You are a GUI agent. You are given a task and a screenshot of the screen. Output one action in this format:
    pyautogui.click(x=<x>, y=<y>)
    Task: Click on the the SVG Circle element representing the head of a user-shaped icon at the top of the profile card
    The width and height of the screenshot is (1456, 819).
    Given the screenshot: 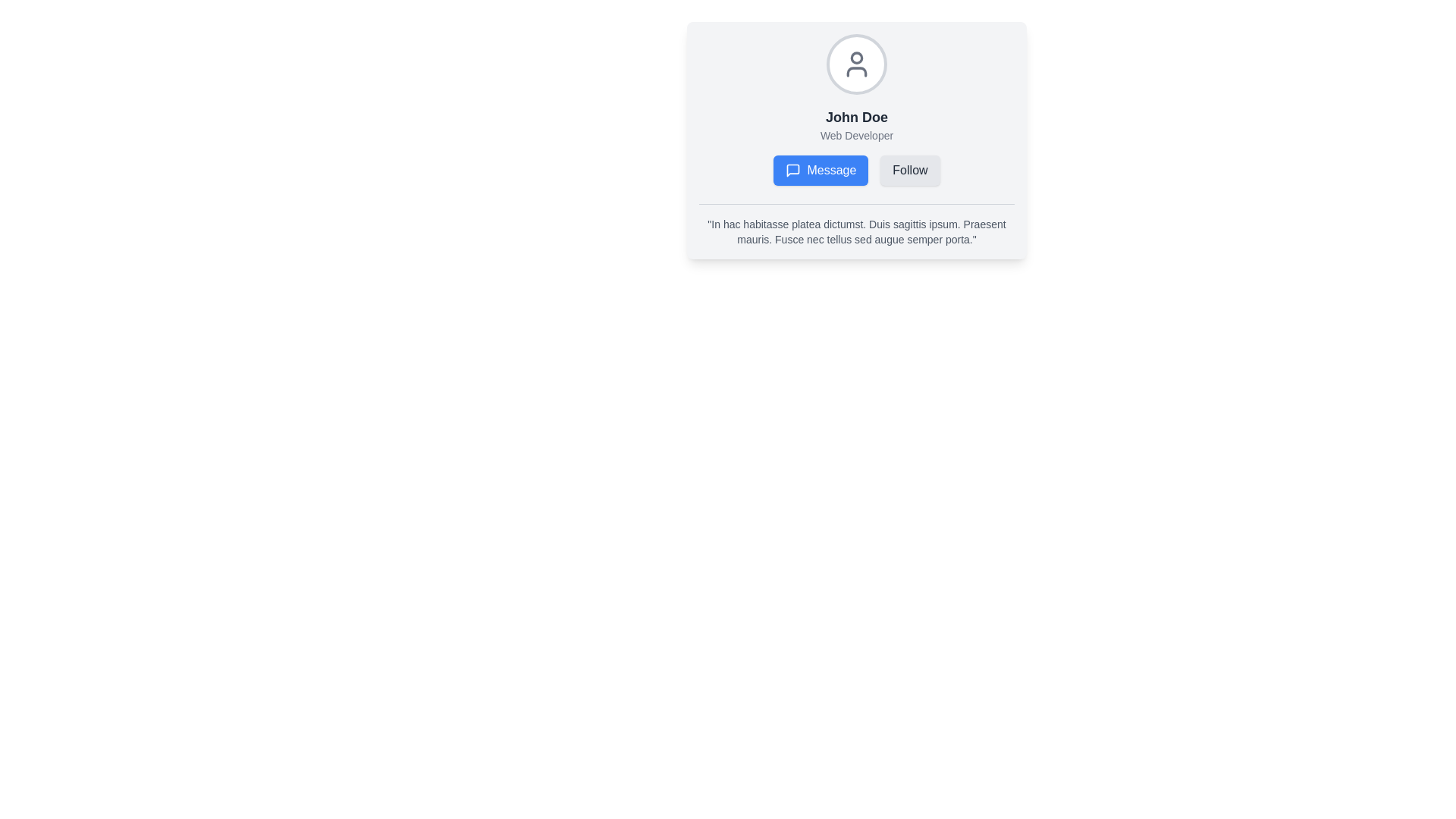 What is the action you would take?
    pyautogui.click(x=856, y=57)
    